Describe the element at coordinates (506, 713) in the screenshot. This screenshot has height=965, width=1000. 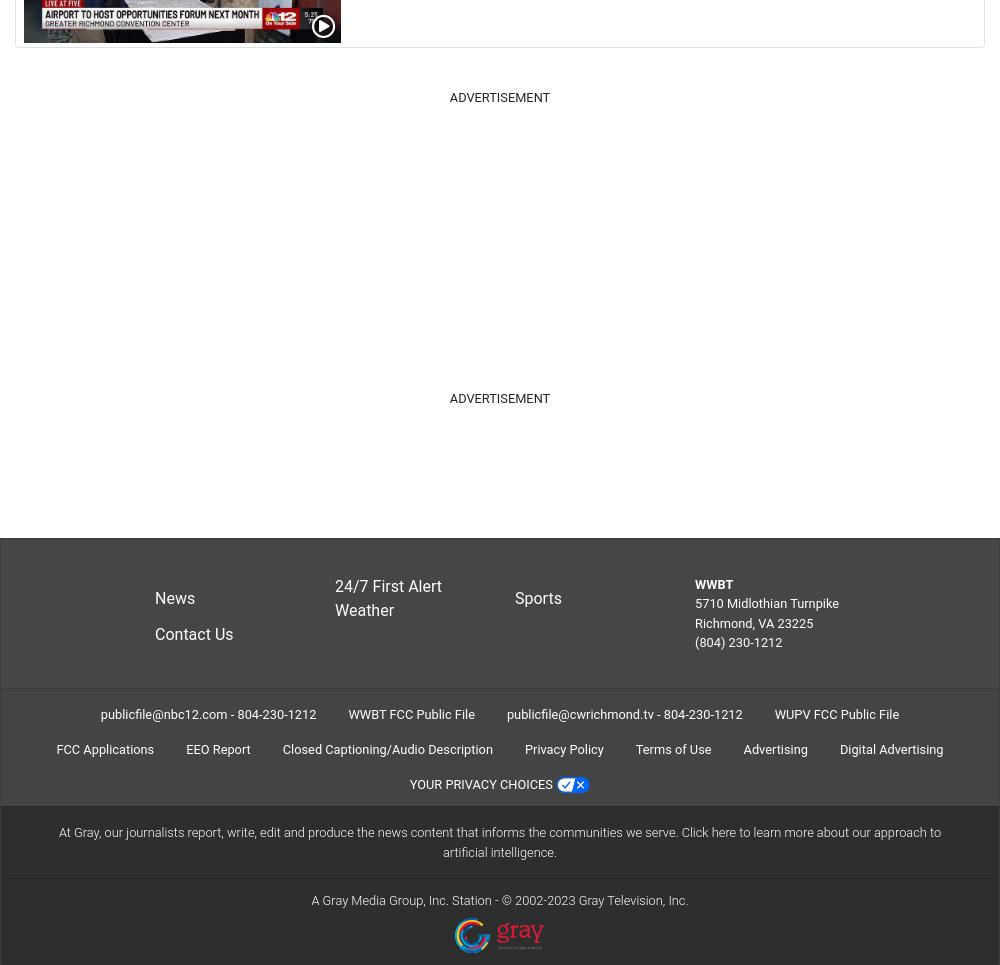
I see `'publicfile@cwrichmond.tv - 804-230-1212'` at that location.